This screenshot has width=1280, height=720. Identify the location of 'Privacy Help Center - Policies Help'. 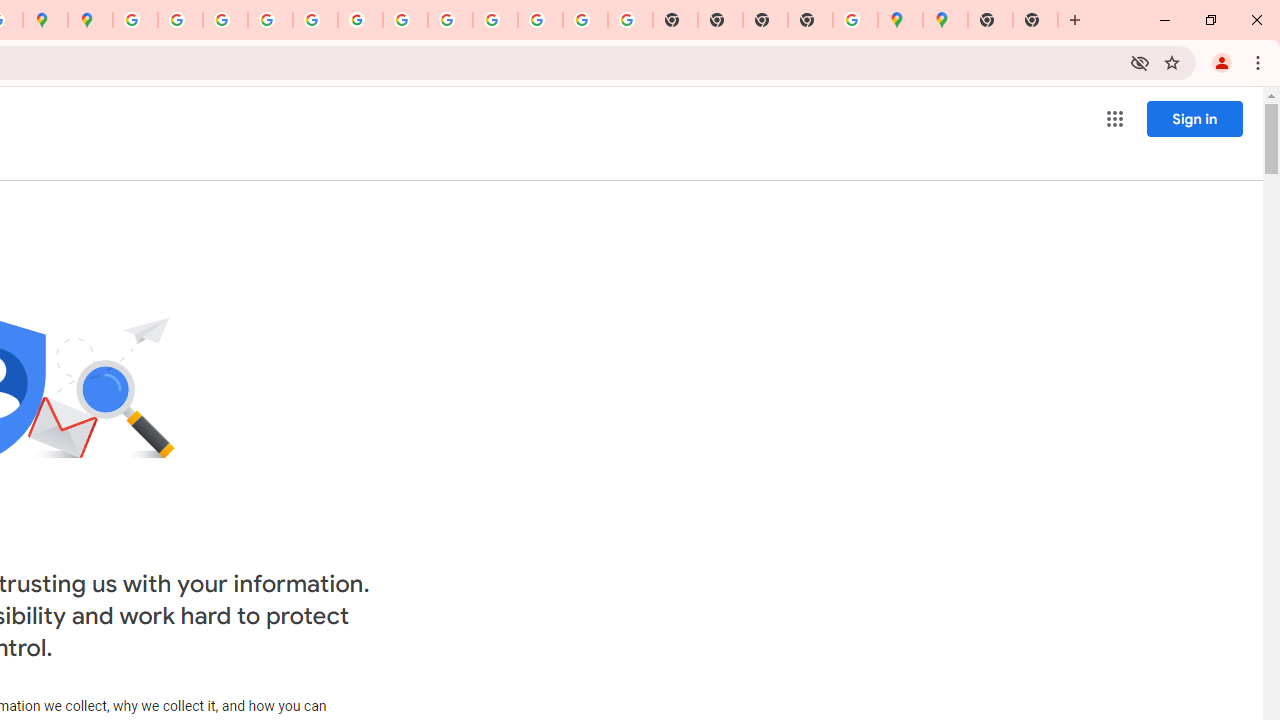
(269, 20).